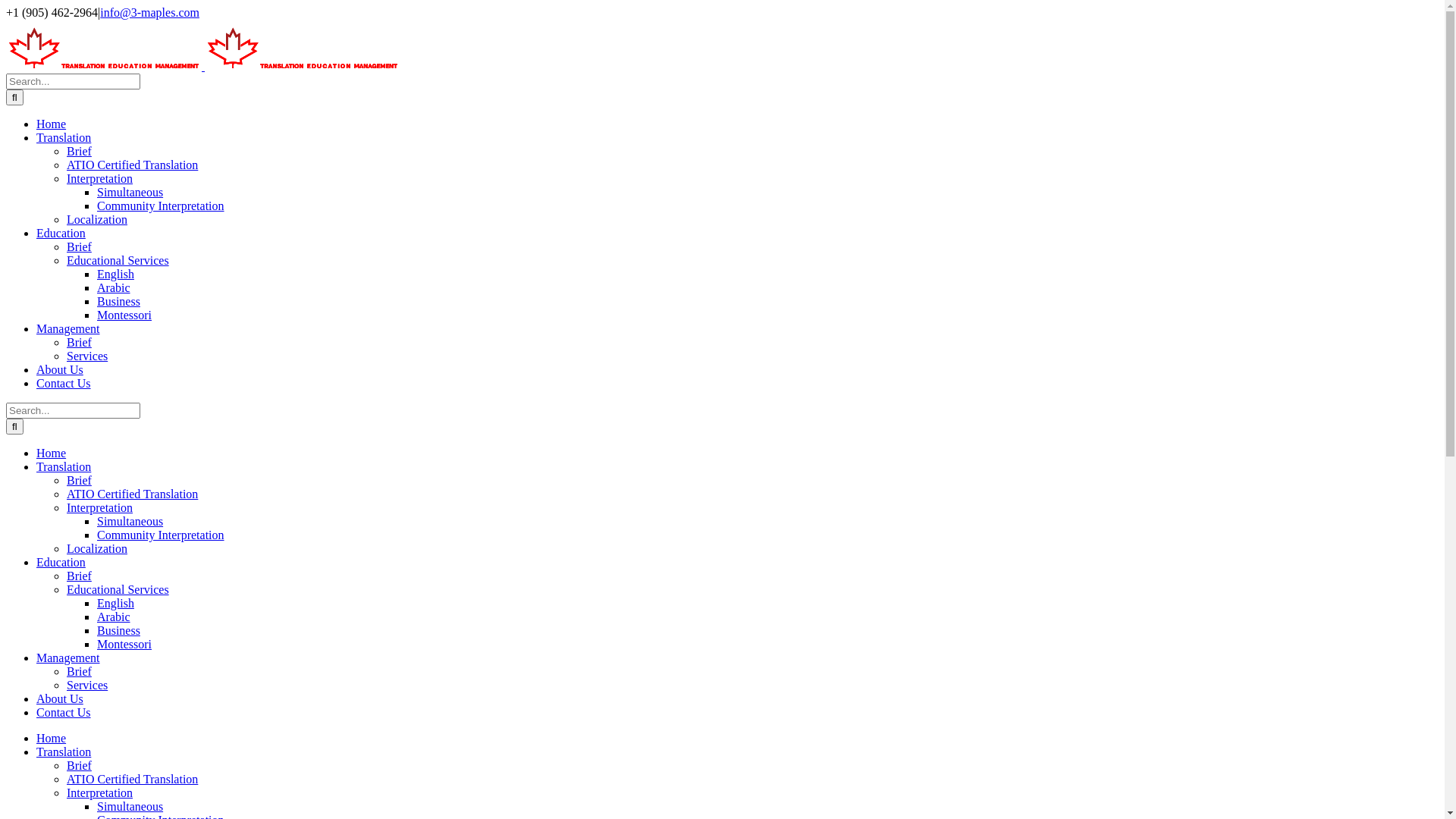  I want to click on 'Services', so click(86, 356).